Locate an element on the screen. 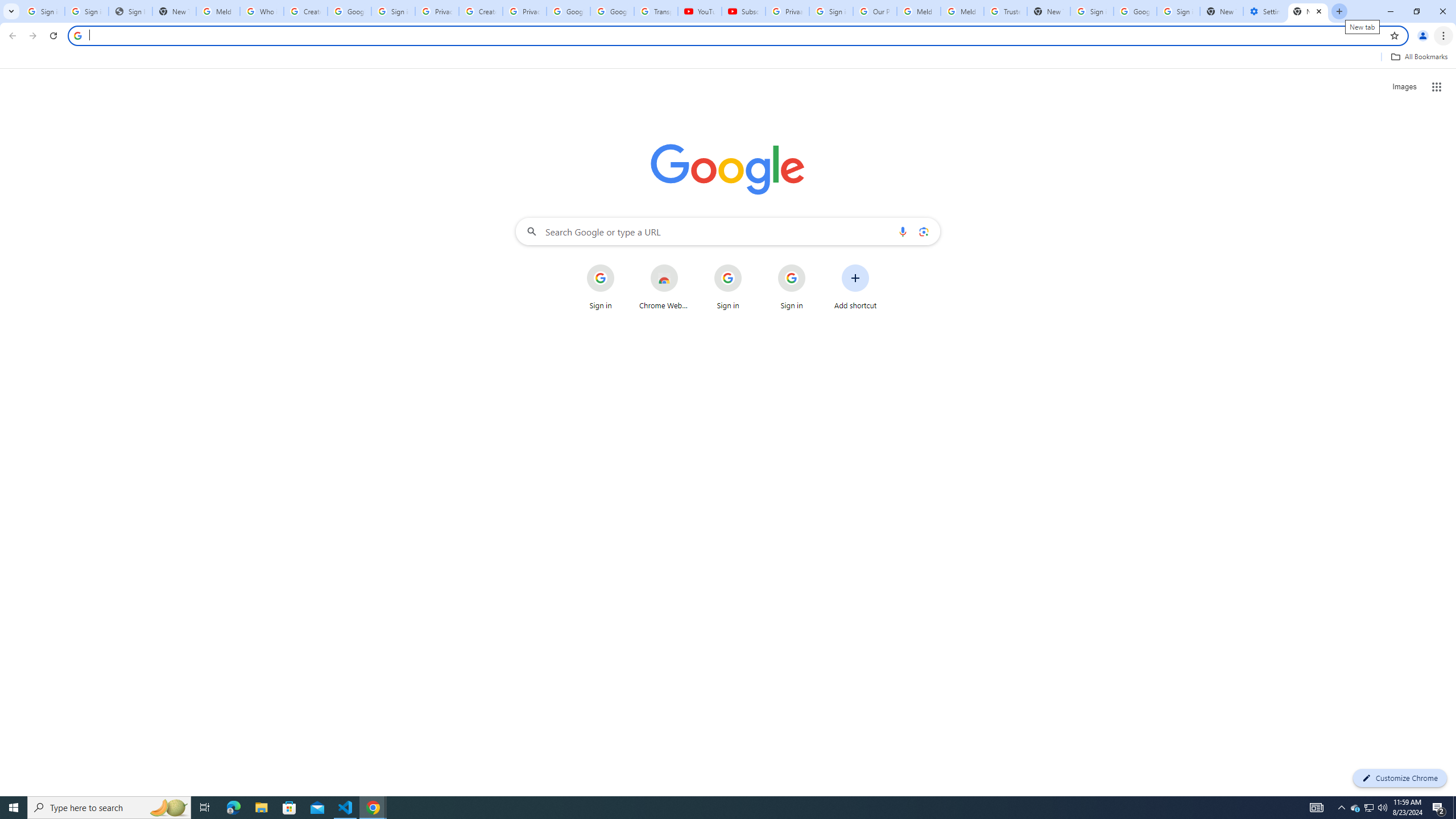 The height and width of the screenshot is (819, 1456). 'YouTube' is located at coordinates (700, 11).